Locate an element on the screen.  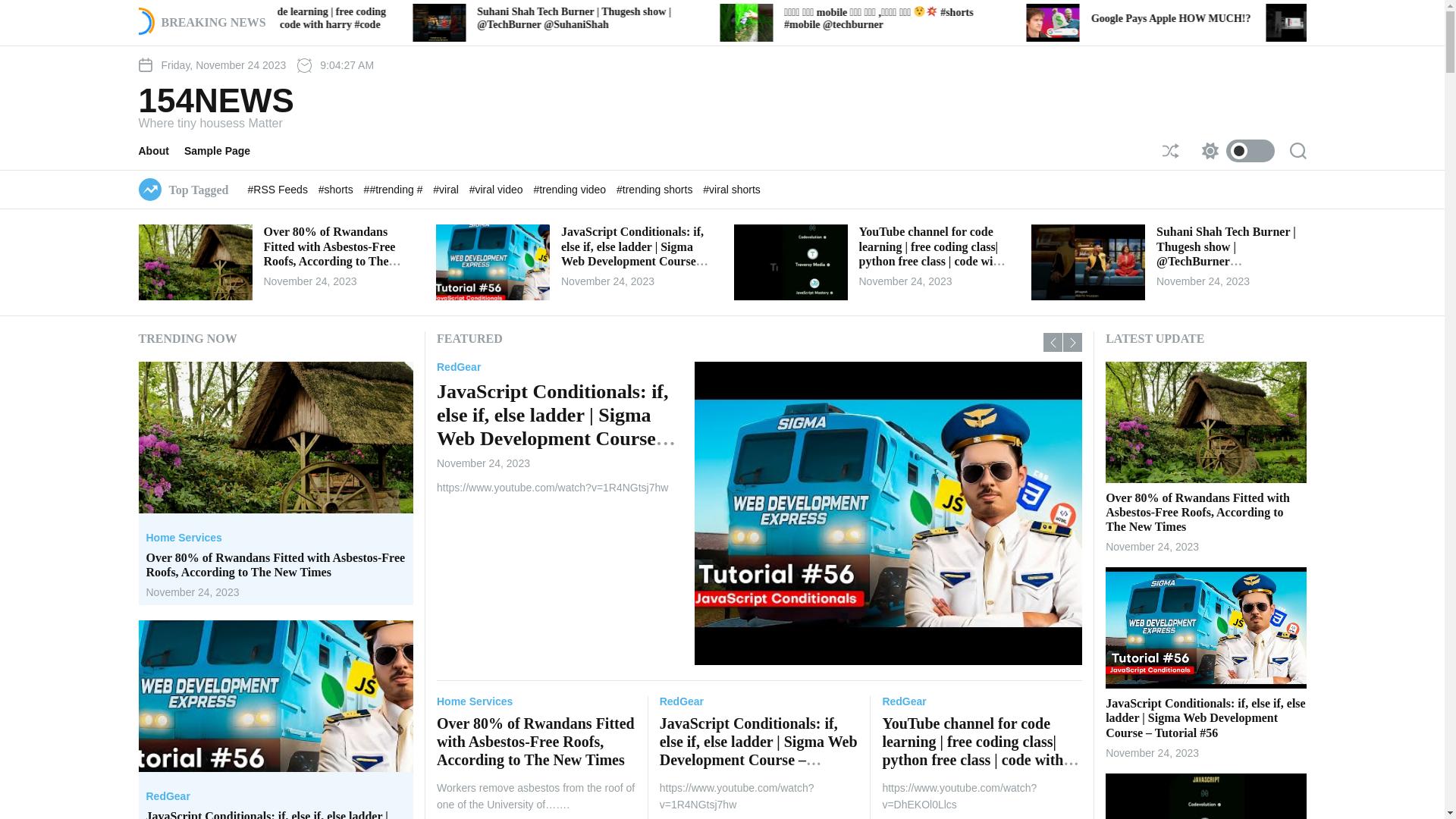
'RedGear' is located at coordinates (680, 701).